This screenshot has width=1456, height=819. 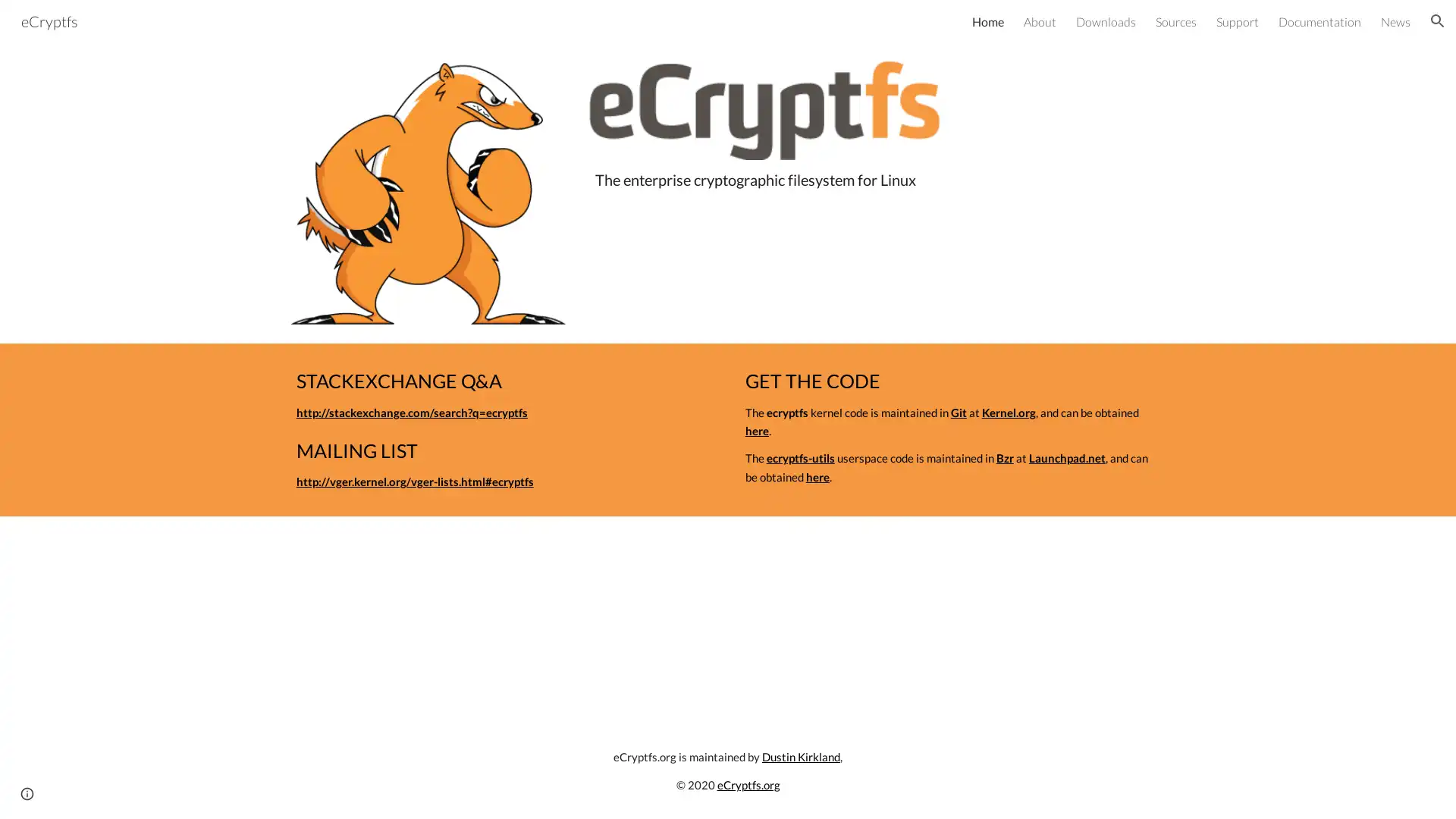 What do you see at coordinates (896, 379) in the screenshot?
I see `Copy heading link` at bounding box center [896, 379].